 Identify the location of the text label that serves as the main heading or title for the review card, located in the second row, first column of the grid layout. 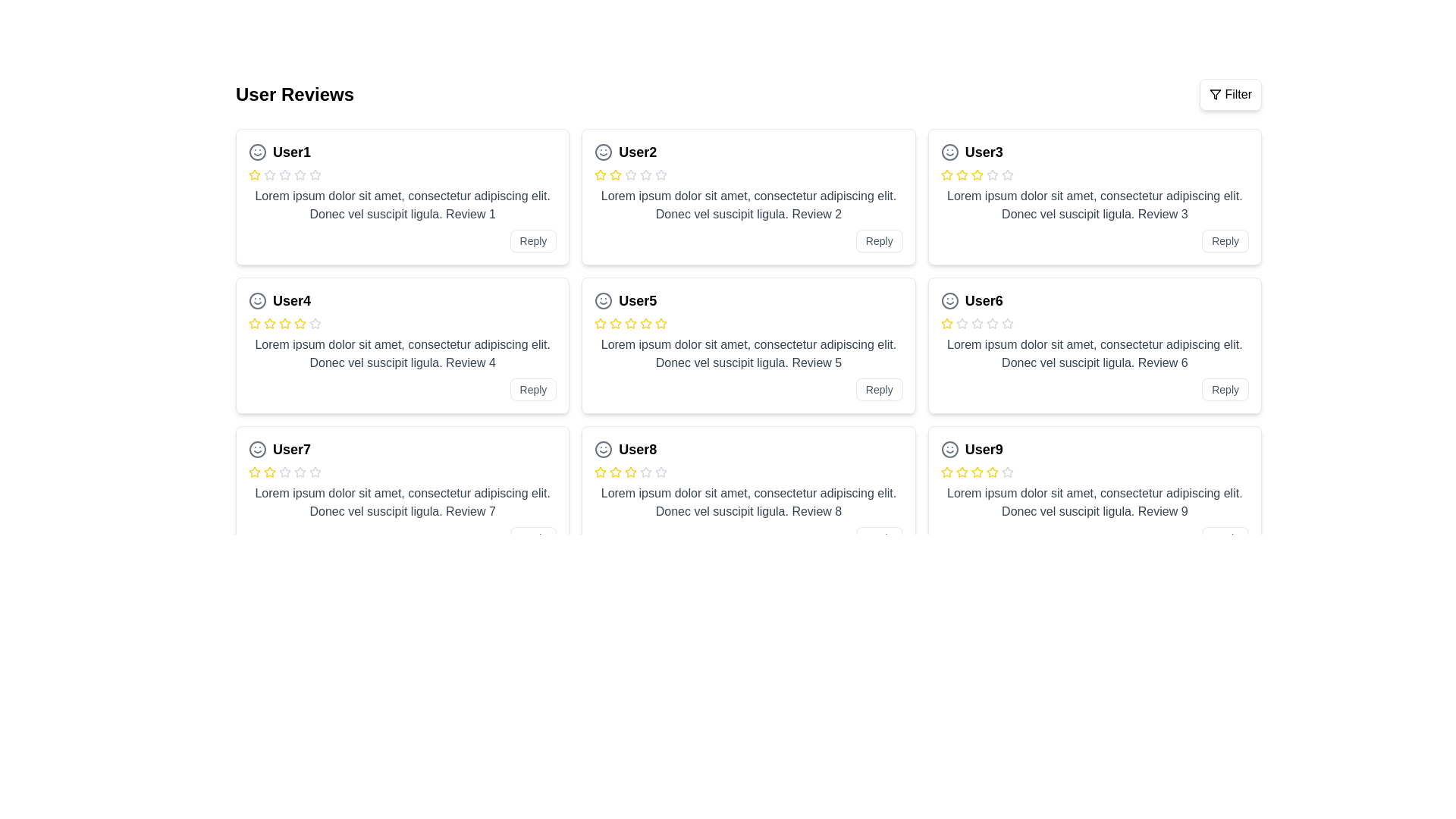
(291, 301).